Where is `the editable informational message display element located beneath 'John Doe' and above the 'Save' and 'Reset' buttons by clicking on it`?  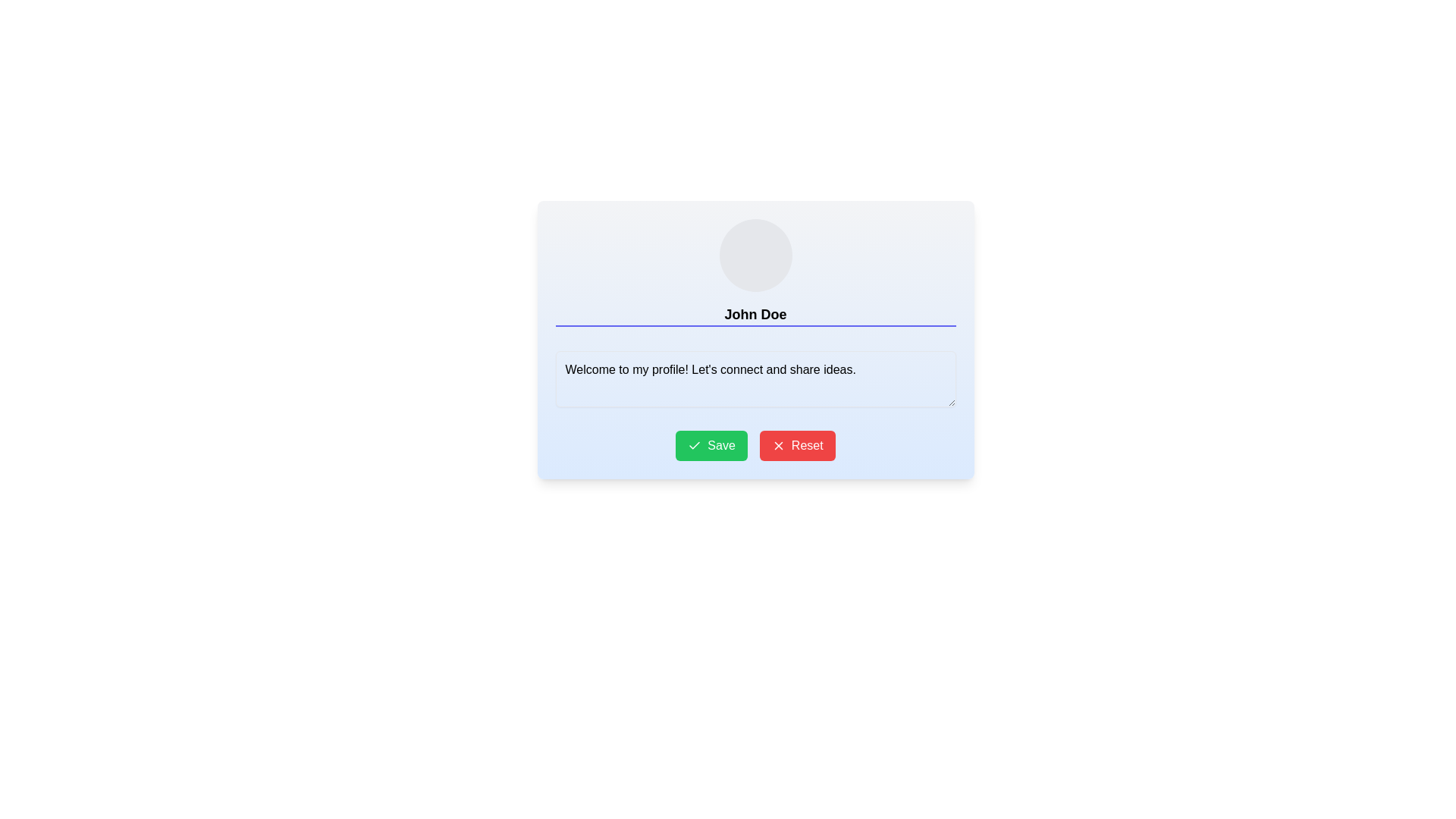 the editable informational message display element located beneath 'John Doe' and above the 'Save' and 'Reset' buttons by clicking on it is located at coordinates (755, 381).